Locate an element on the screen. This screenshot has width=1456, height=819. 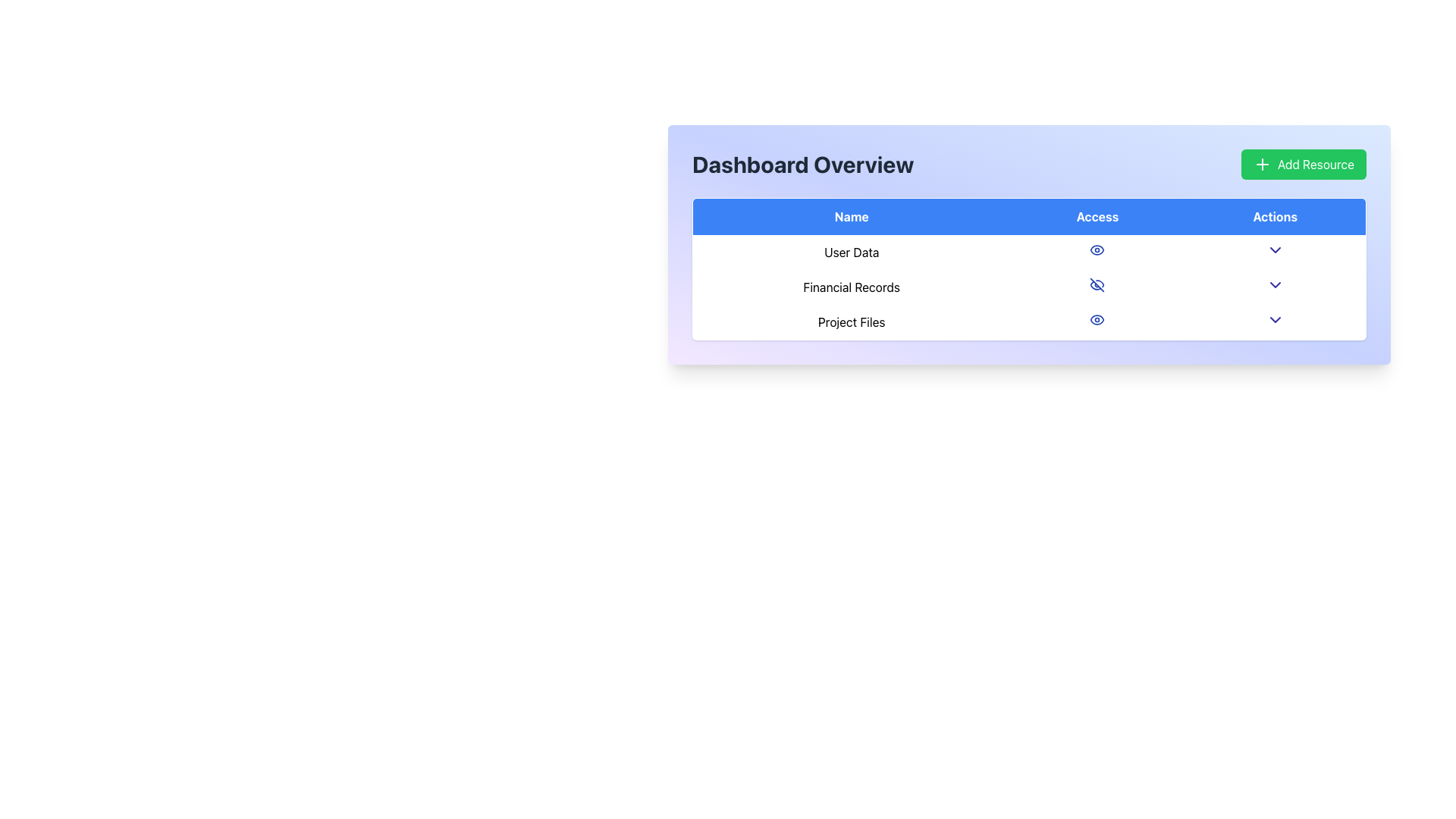
the downward-pointing chevron icon in the 'Actions' column of the 'Financial Records' entry is located at coordinates (1274, 284).